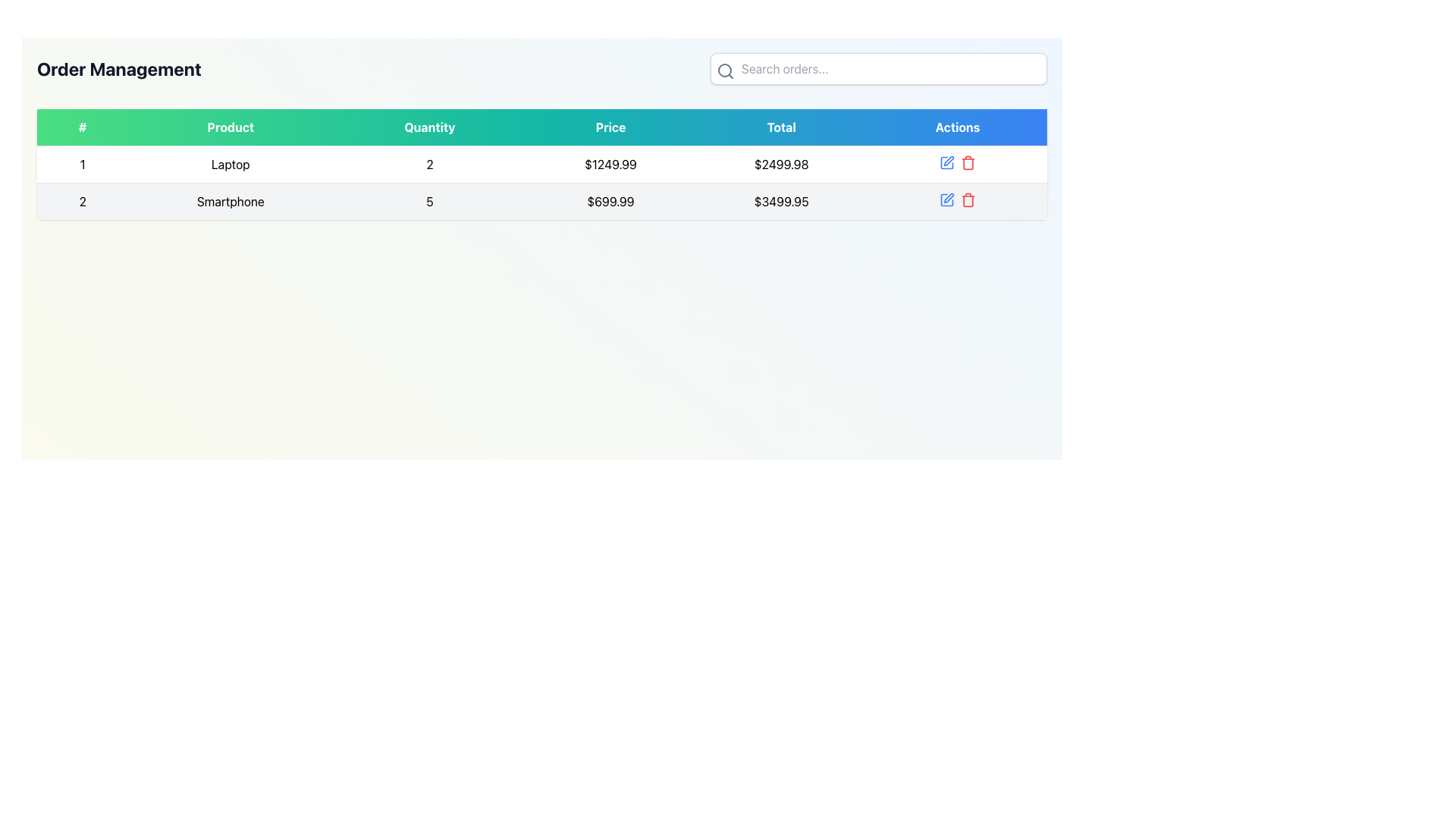  I want to click on the Text Display showing the total price amount '$2499.98' in the 'Total' column of the first row of the tabular data, so click(781, 164).